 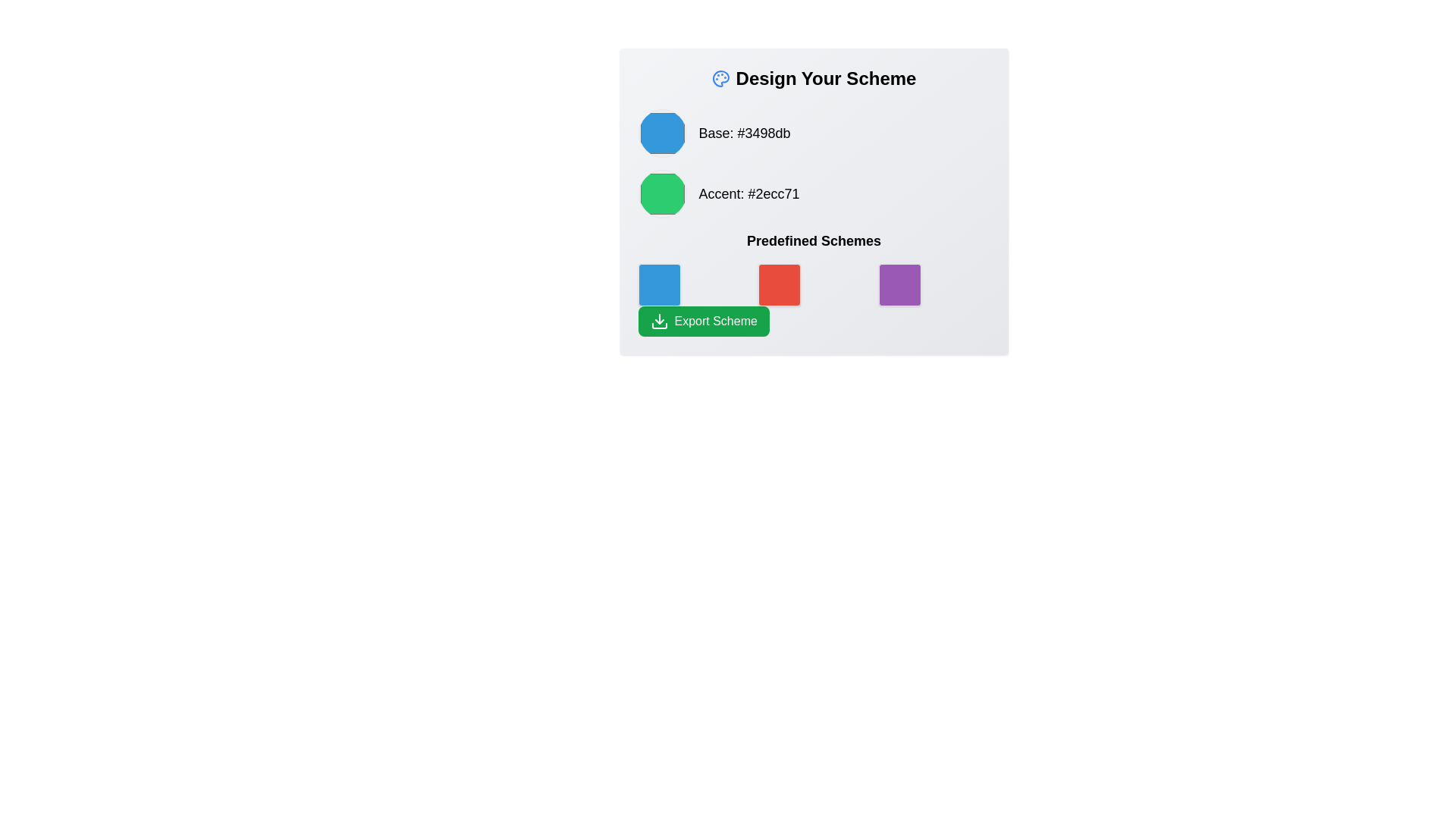 What do you see at coordinates (899, 284) in the screenshot?
I see `the third button in the bottom row of the 'Predefined Schemes' section` at bounding box center [899, 284].